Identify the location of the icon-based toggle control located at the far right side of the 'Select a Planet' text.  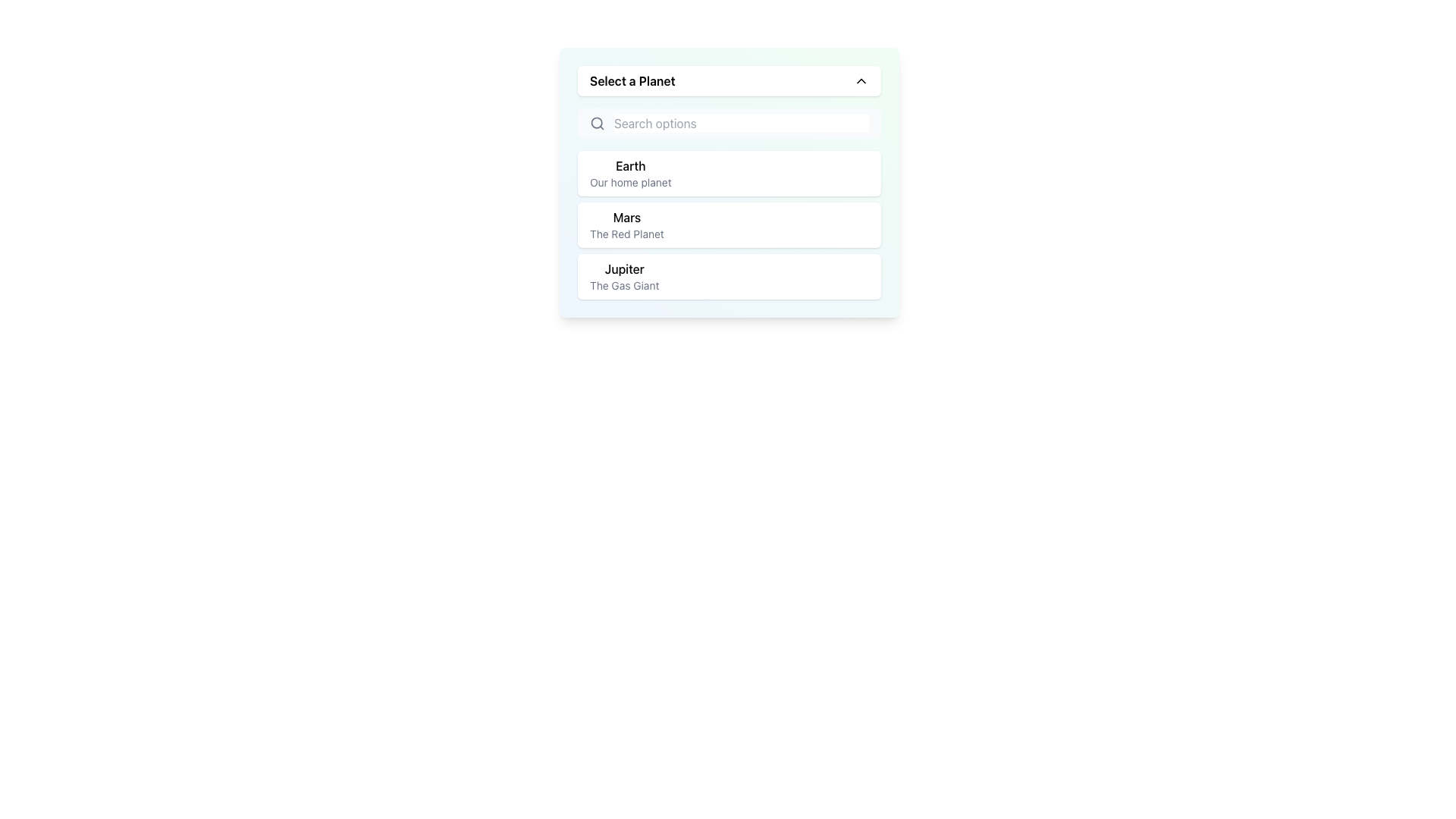
(861, 81).